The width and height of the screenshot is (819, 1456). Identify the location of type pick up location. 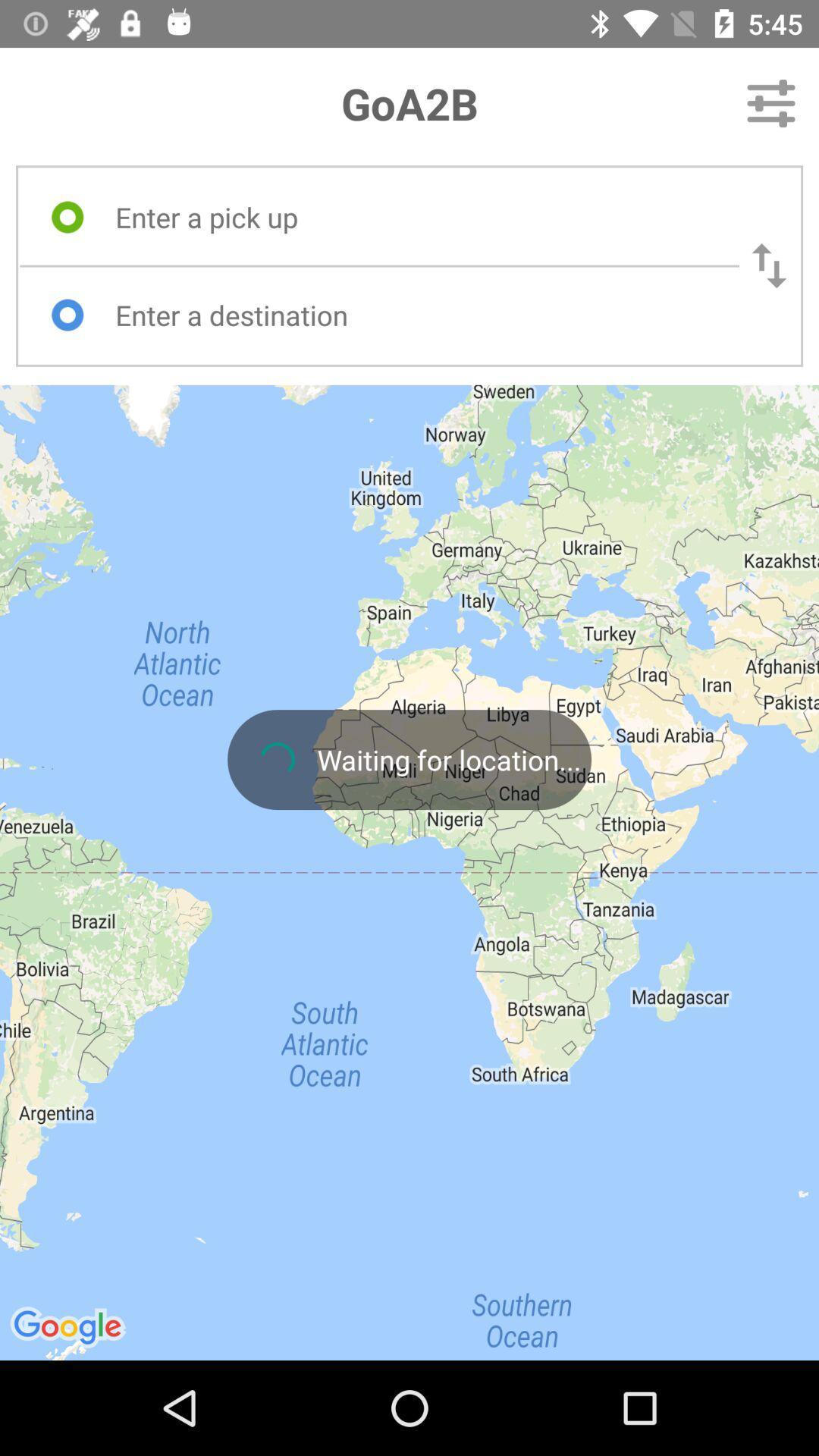
(413, 216).